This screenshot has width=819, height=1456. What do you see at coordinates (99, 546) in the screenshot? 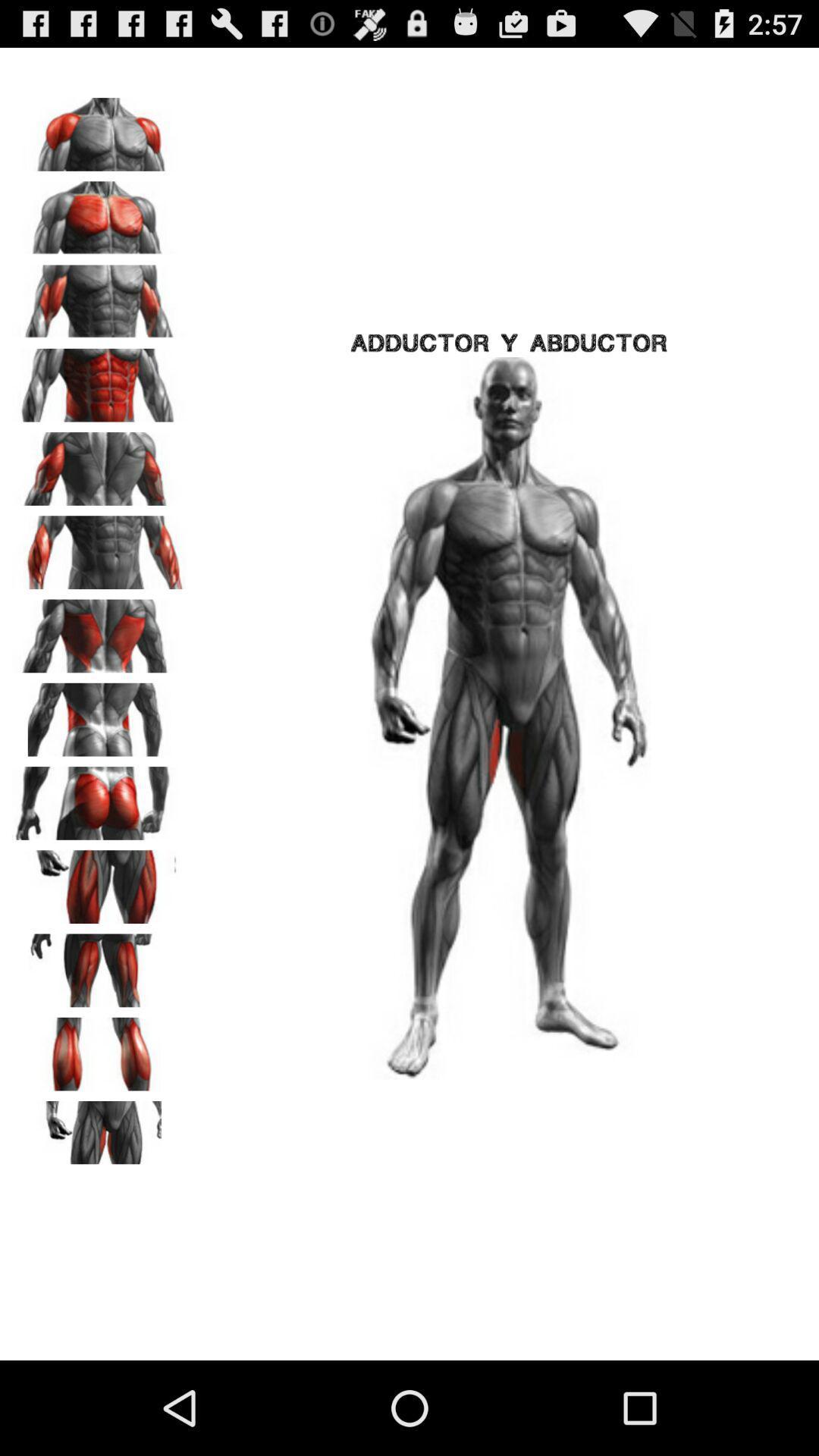
I see `forearms` at bounding box center [99, 546].